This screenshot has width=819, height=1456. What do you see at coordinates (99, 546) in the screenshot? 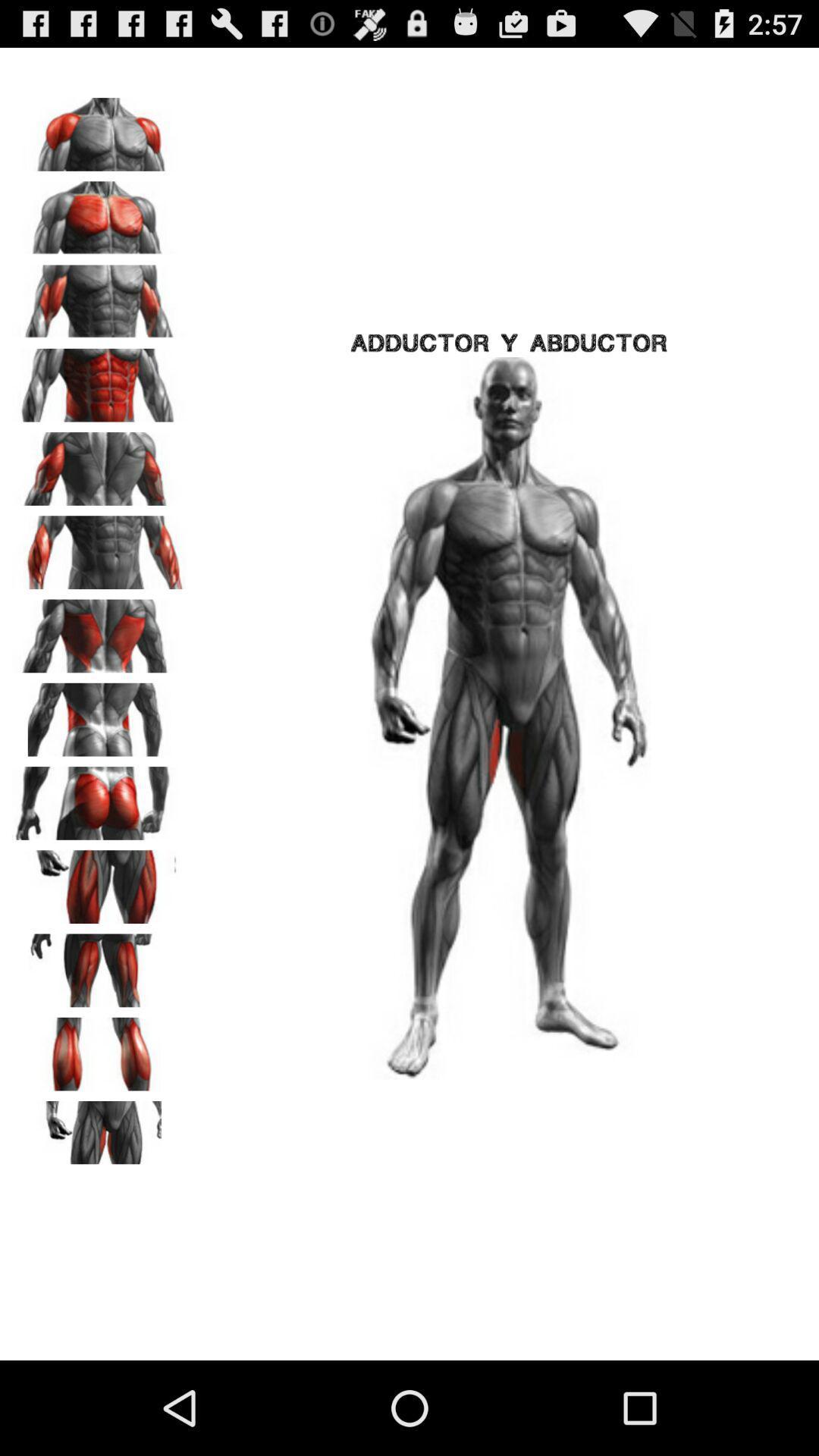
I see `forearms` at bounding box center [99, 546].